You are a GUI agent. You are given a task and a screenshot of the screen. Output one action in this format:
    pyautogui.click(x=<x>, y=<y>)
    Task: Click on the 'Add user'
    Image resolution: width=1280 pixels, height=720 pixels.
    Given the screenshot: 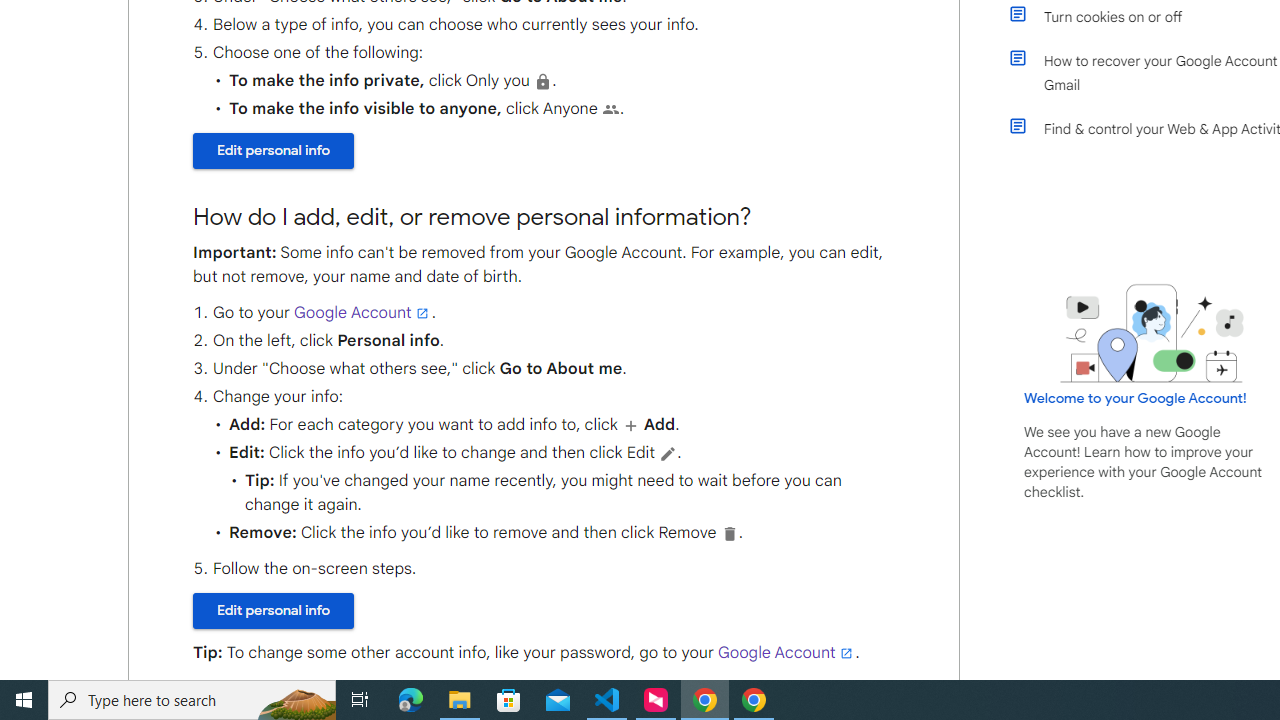 What is the action you would take?
    pyautogui.click(x=630, y=424)
    